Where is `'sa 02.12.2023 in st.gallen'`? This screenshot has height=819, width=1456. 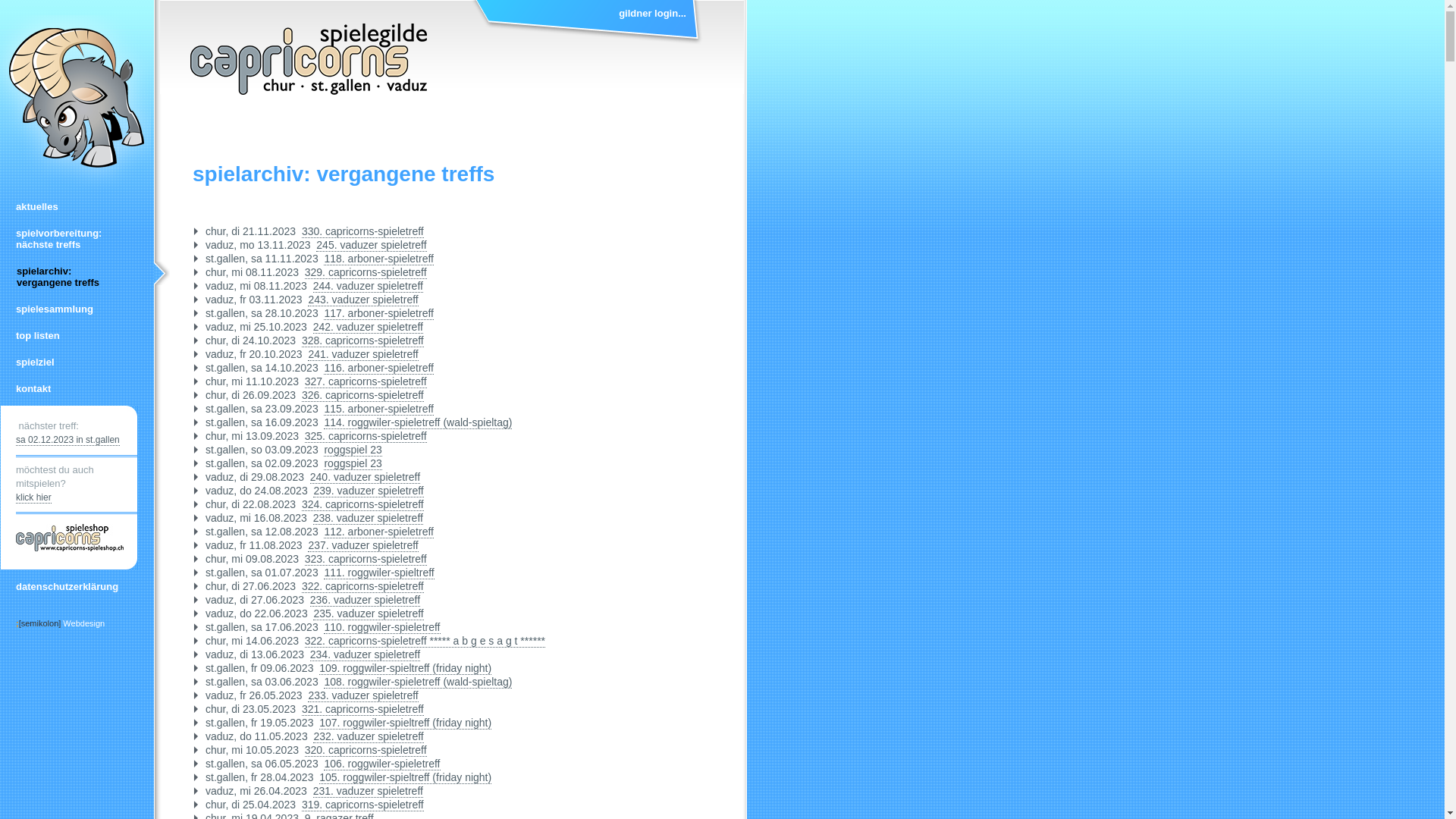
'sa 02.12.2023 in st.gallen' is located at coordinates (67, 440).